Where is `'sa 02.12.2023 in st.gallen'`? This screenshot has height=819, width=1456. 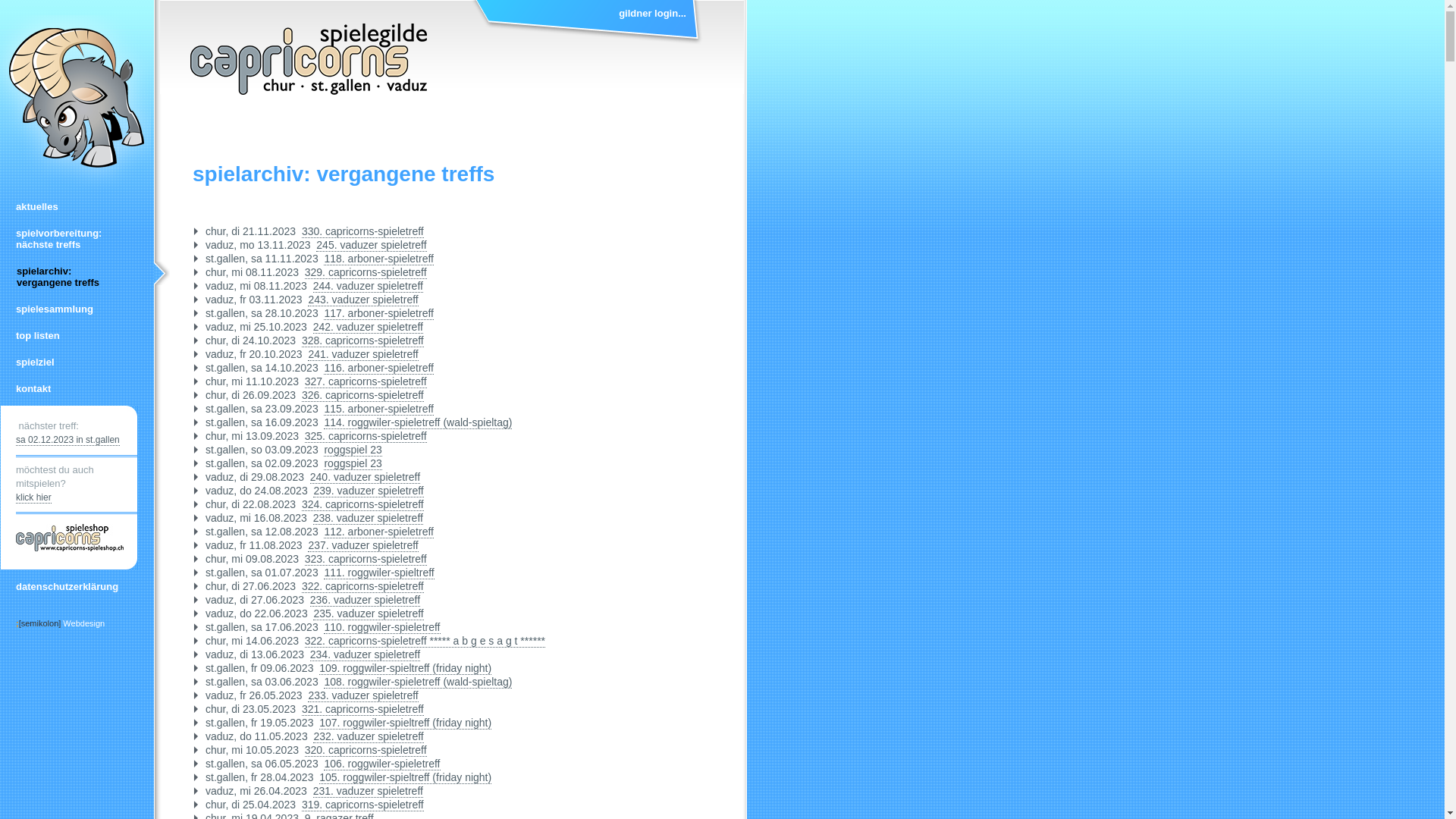
'sa 02.12.2023 in st.gallen' is located at coordinates (67, 440).